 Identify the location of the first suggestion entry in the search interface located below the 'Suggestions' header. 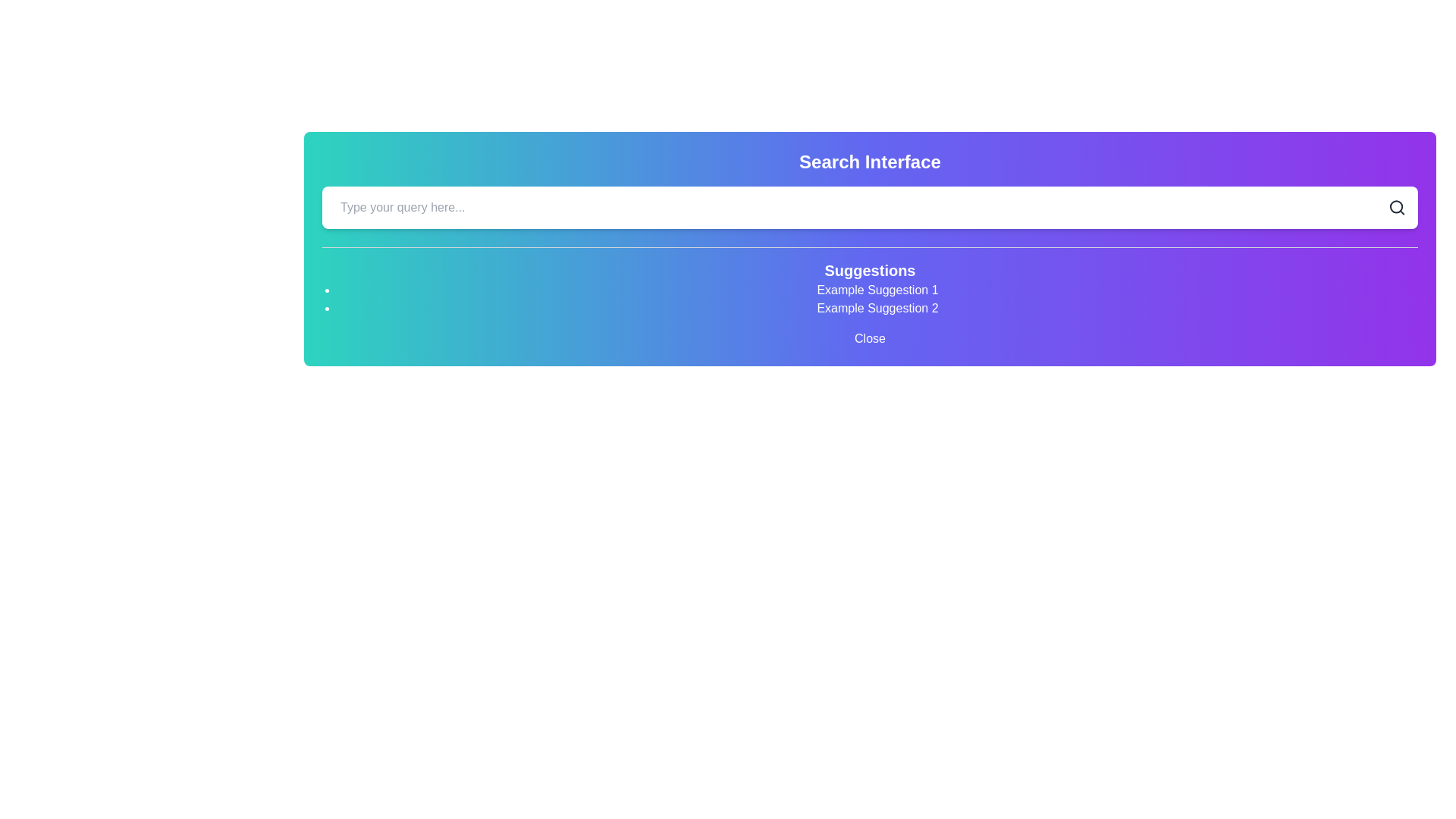
(877, 290).